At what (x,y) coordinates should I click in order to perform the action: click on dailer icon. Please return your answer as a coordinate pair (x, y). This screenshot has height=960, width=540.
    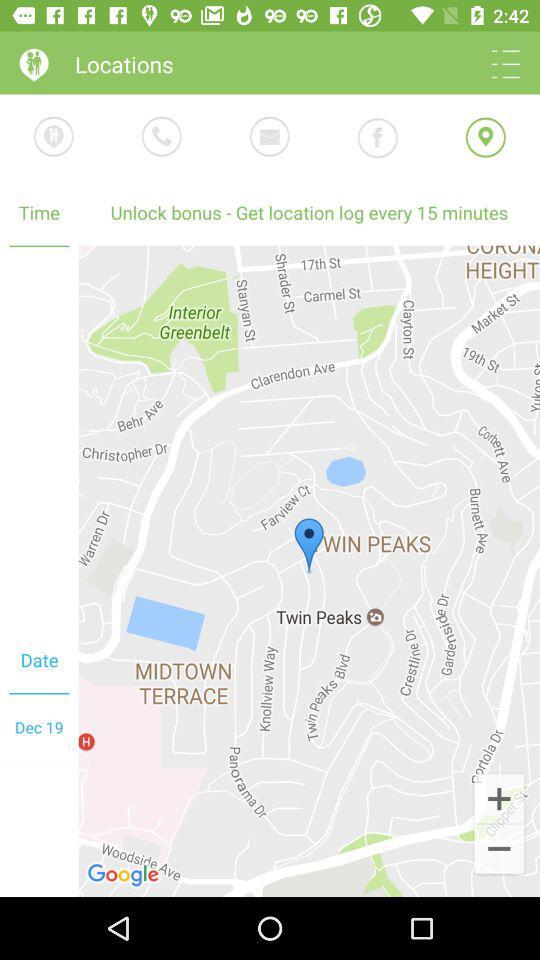
    Looking at the image, I should click on (161, 135).